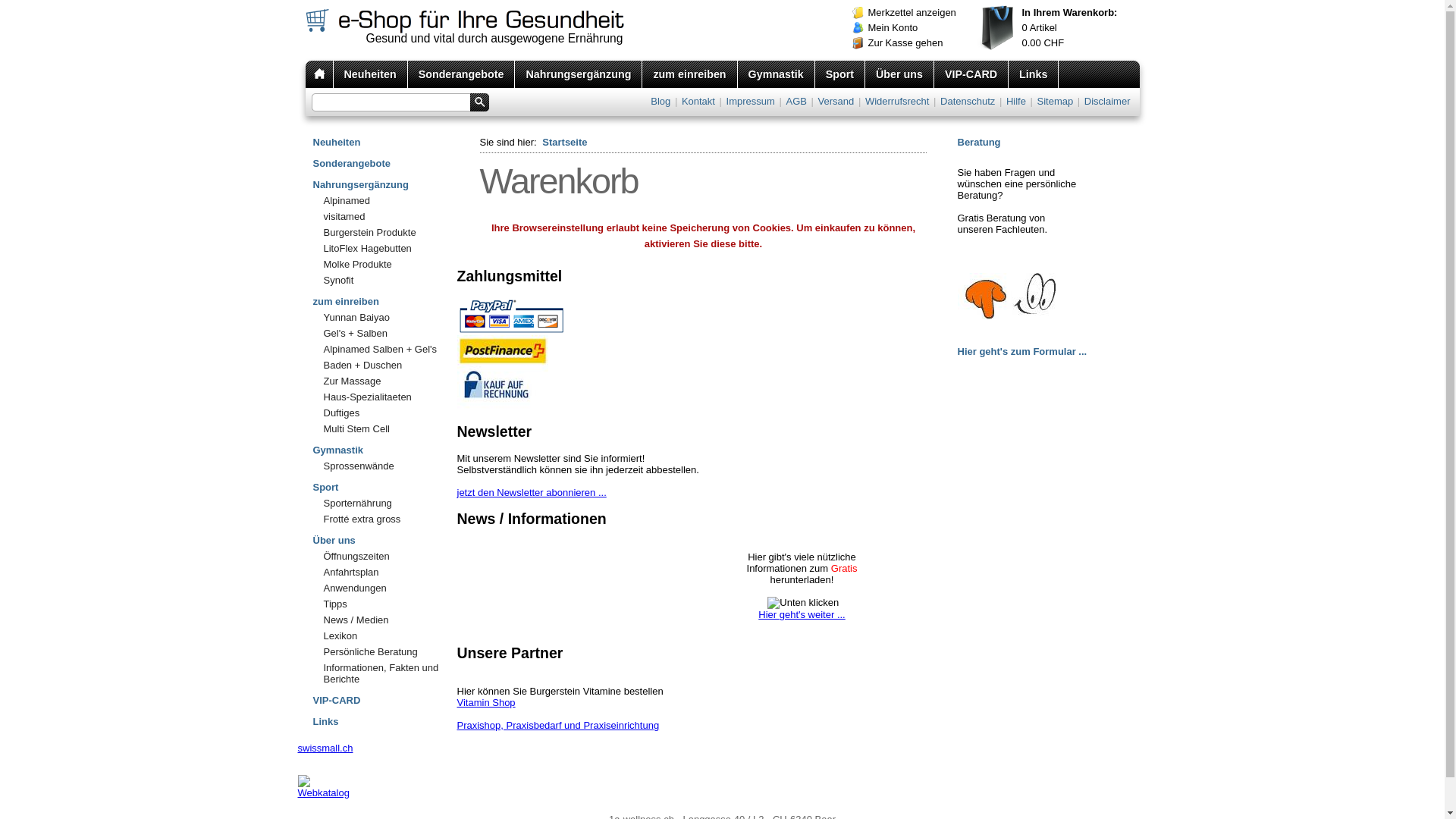 Image resolution: width=1456 pixels, height=819 pixels. Describe the element at coordinates (698, 101) in the screenshot. I see `'Kontakt'` at that location.